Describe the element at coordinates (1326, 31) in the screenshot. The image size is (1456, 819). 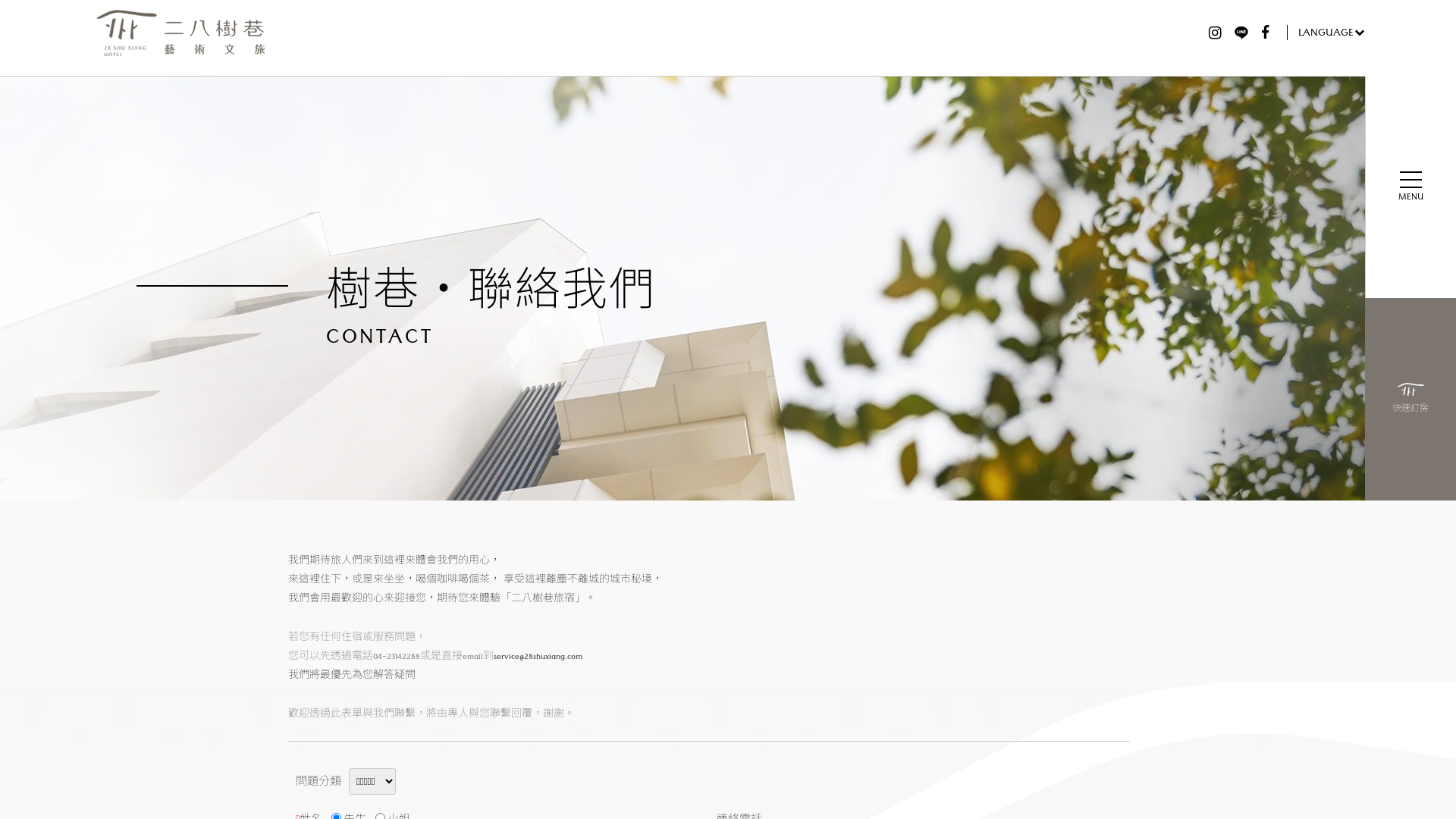
I see `'LANGUAGE'` at that location.